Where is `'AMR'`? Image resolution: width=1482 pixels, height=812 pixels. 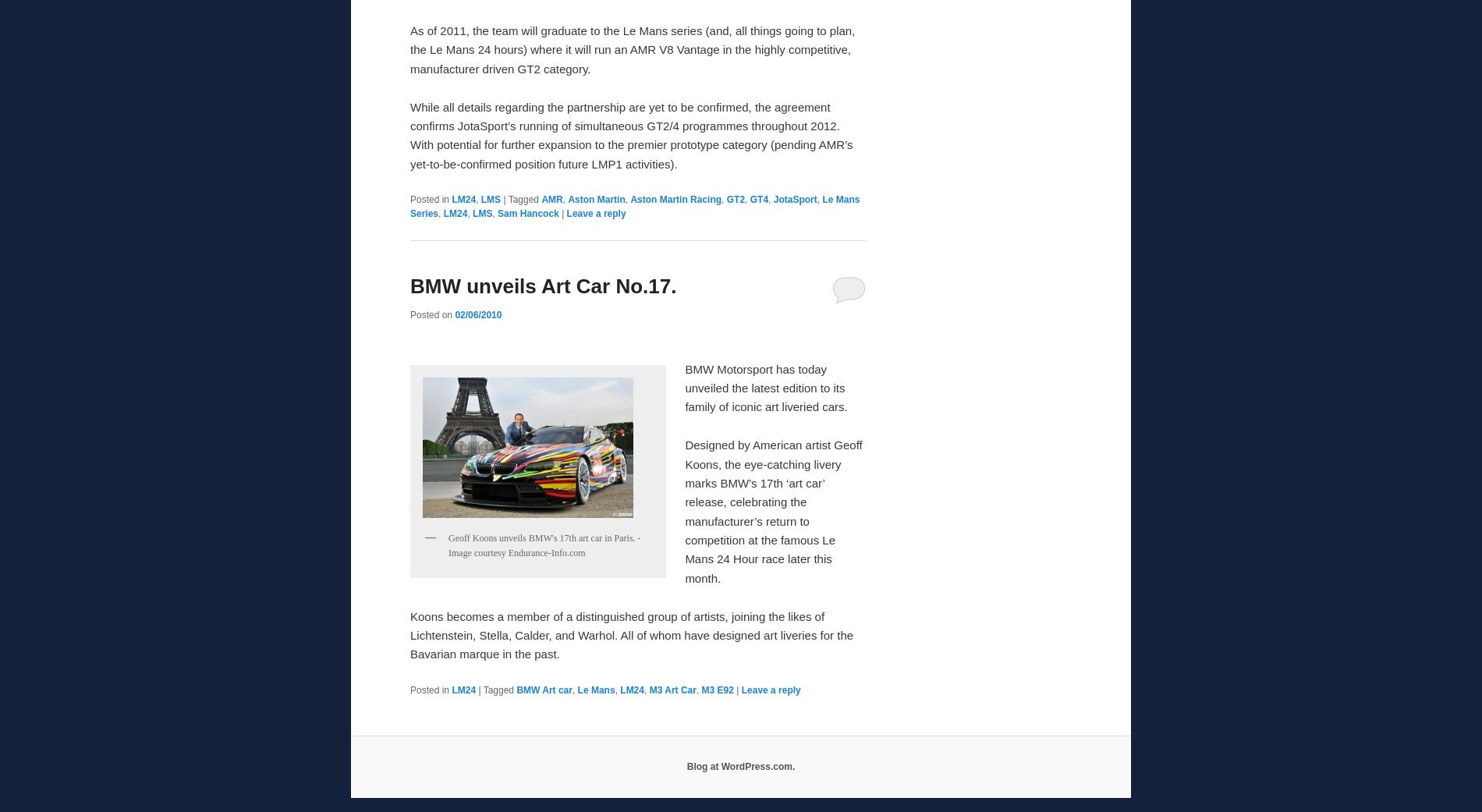
'AMR' is located at coordinates (551, 198).